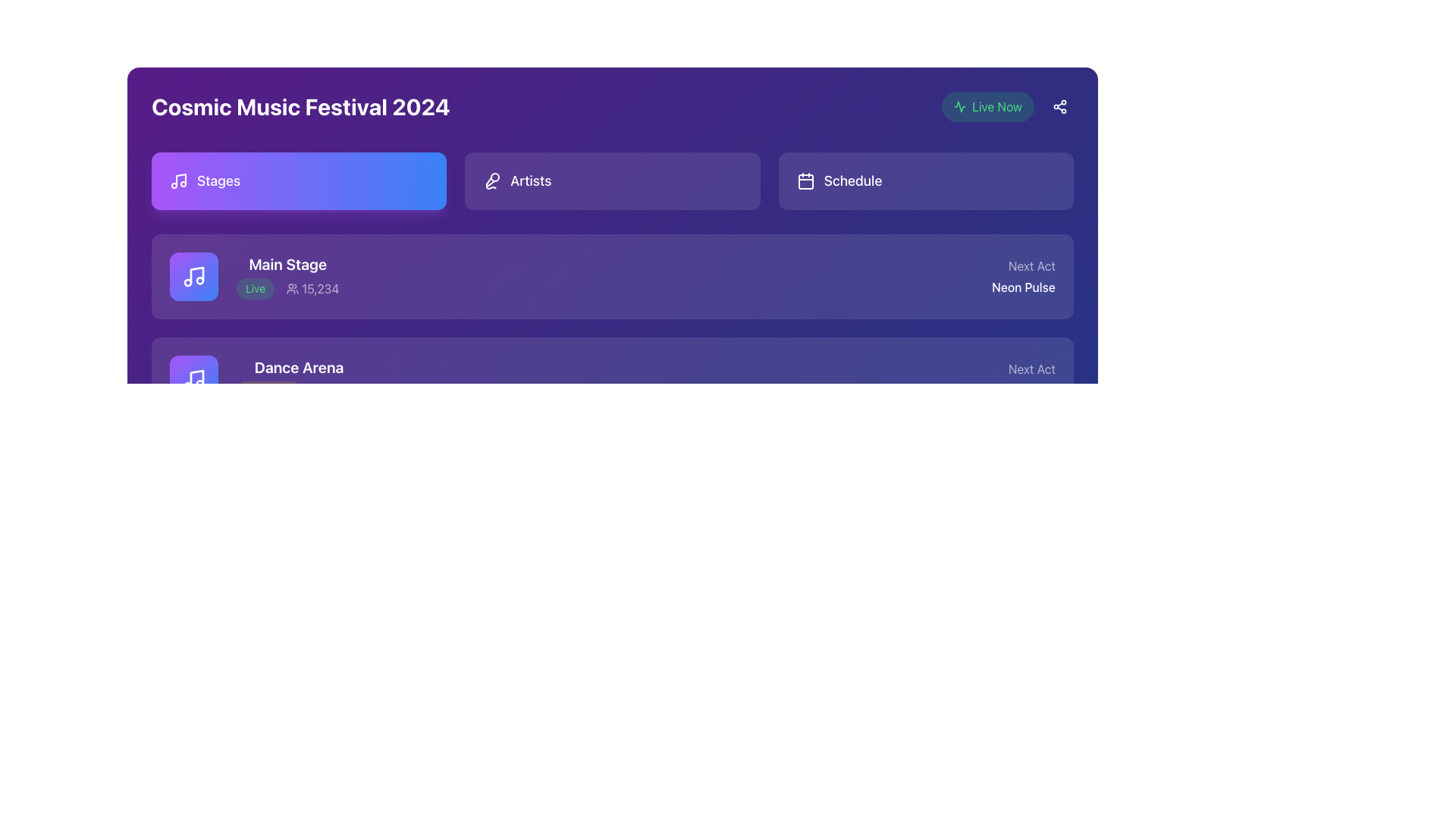 This screenshot has width=1456, height=819. Describe the element at coordinates (805, 180) in the screenshot. I see `the calendar icon located in the top-right section of the interface to trigger actions` at that location.